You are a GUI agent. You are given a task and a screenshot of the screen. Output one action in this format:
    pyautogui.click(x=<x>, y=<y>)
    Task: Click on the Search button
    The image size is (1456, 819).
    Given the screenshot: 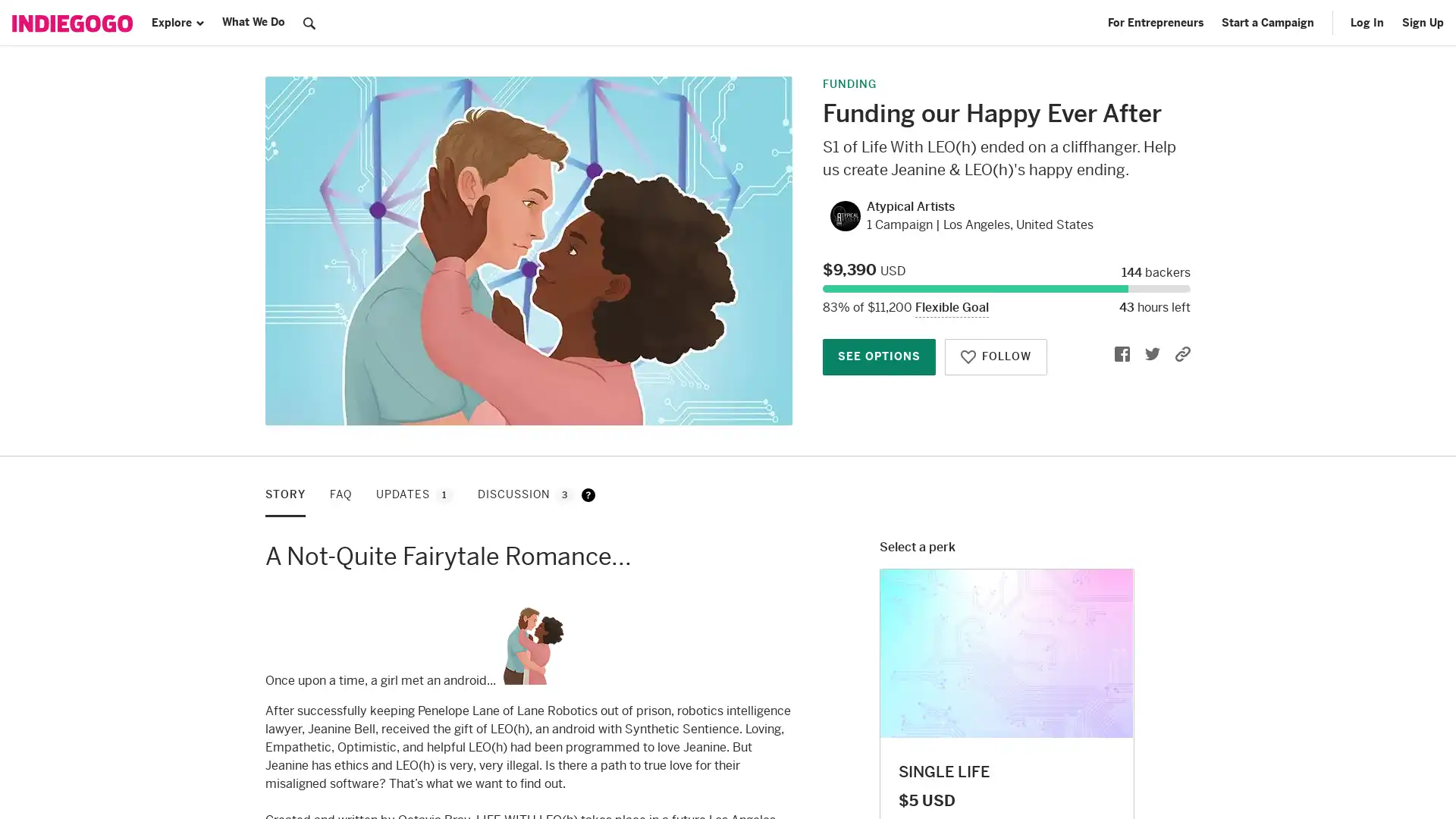 What is the action you would take?
    pyautogui.click(x=309, y=22)
    